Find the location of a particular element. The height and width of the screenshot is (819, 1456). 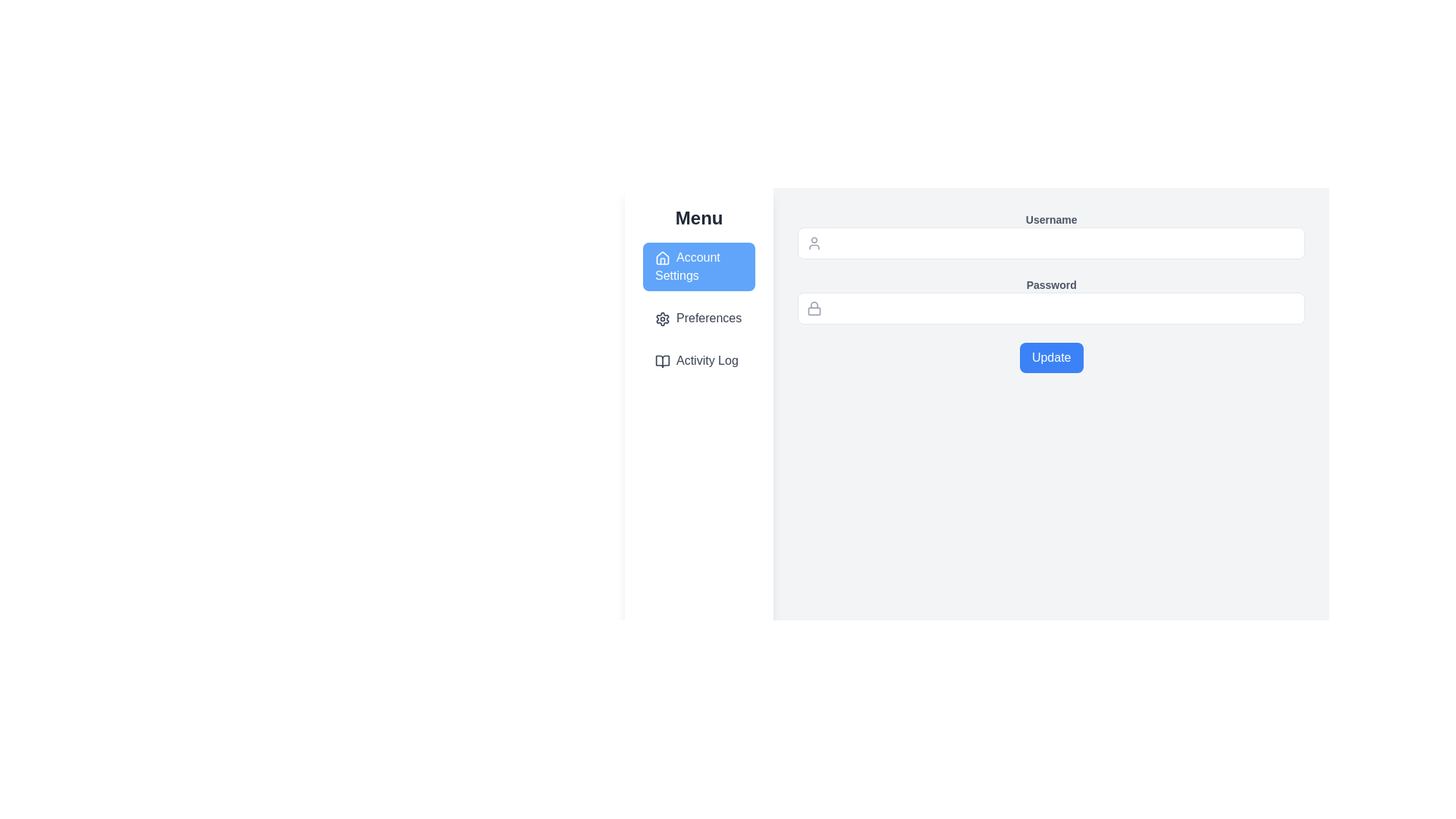

the cogwheel-shaped icon located in the vertical menu on the left side of the interface is located at coordinates (662, 318).